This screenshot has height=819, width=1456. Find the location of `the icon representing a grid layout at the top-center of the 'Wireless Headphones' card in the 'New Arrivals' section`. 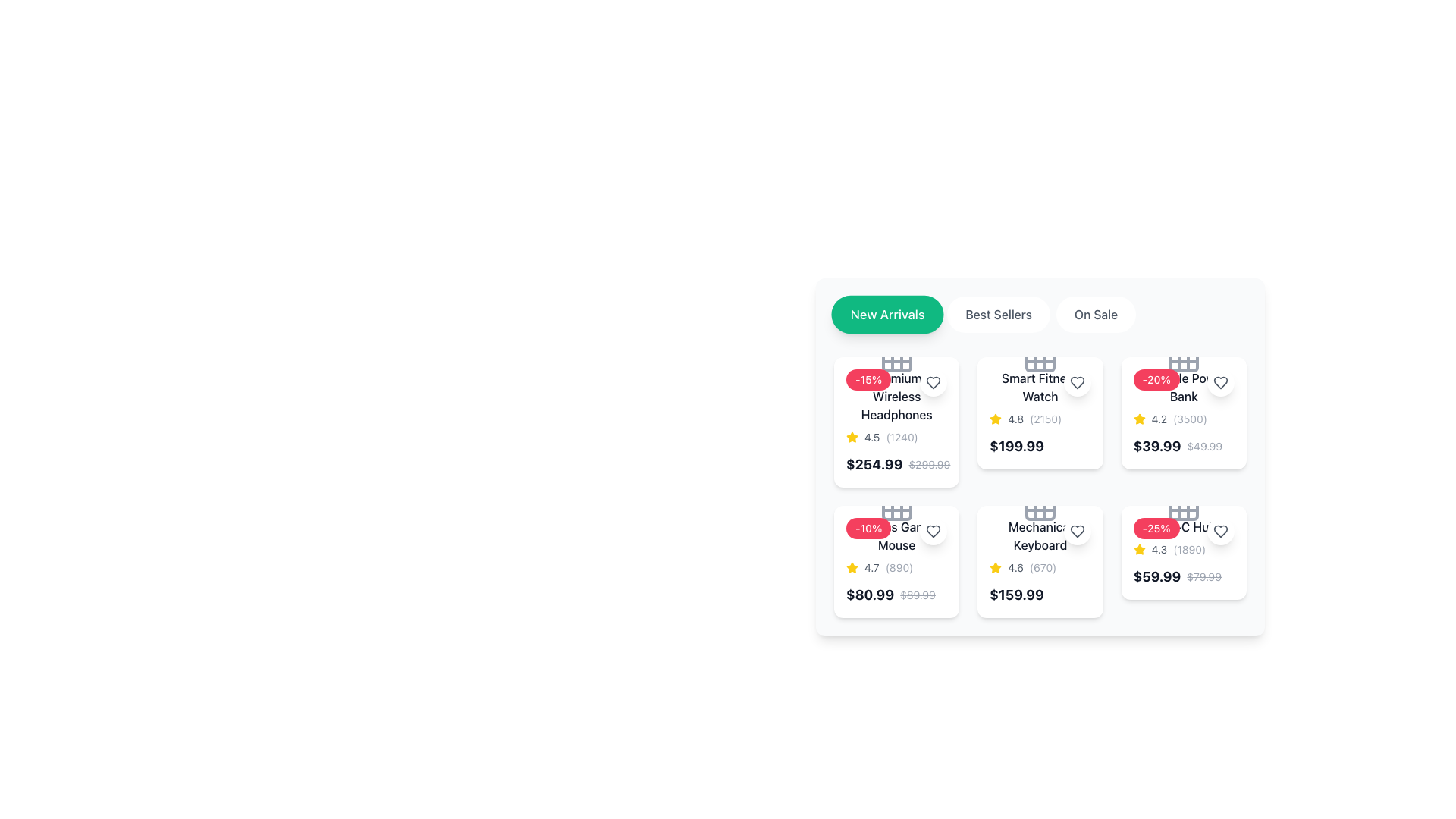

the icon representing a grid layout at the top-center of the 'Wireless Headphones' card in the 'New Arrivals' section is located at coordinates (896, 356).